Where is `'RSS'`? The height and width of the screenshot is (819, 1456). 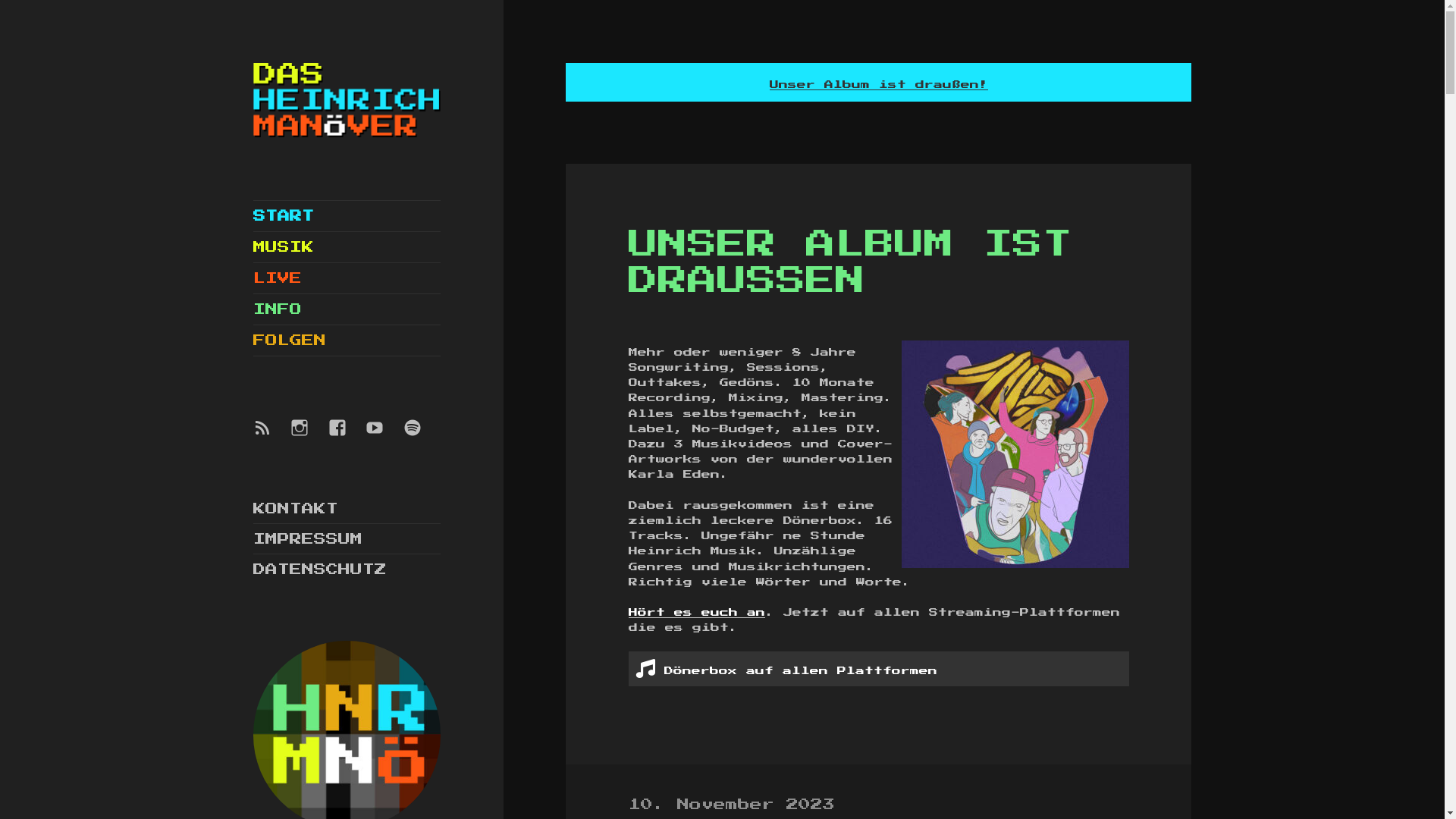
'RSS' is located at coordinates (271, 436).